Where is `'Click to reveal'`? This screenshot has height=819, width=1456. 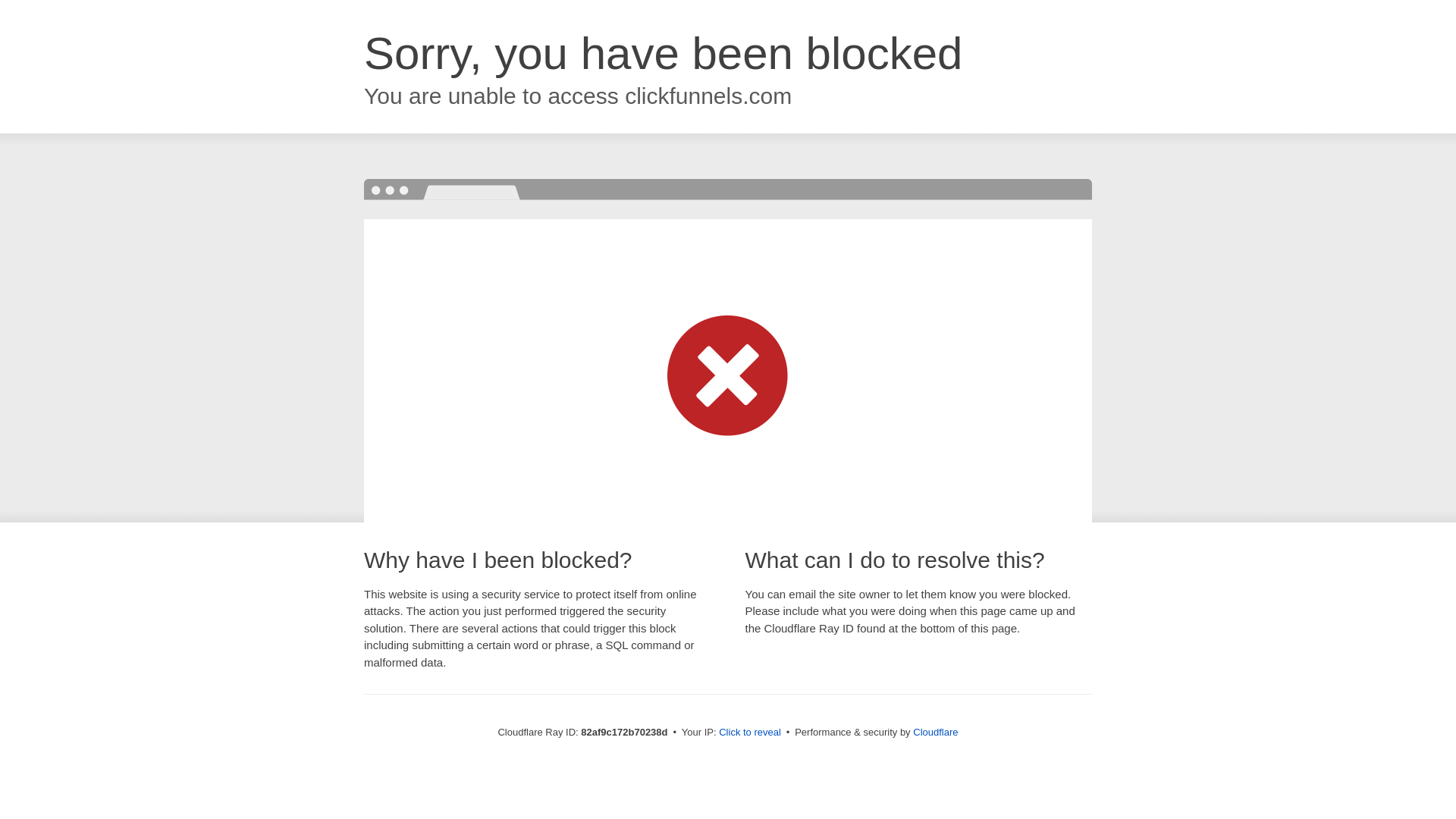 'Click to reveal' is located at coordinates (749, 731).